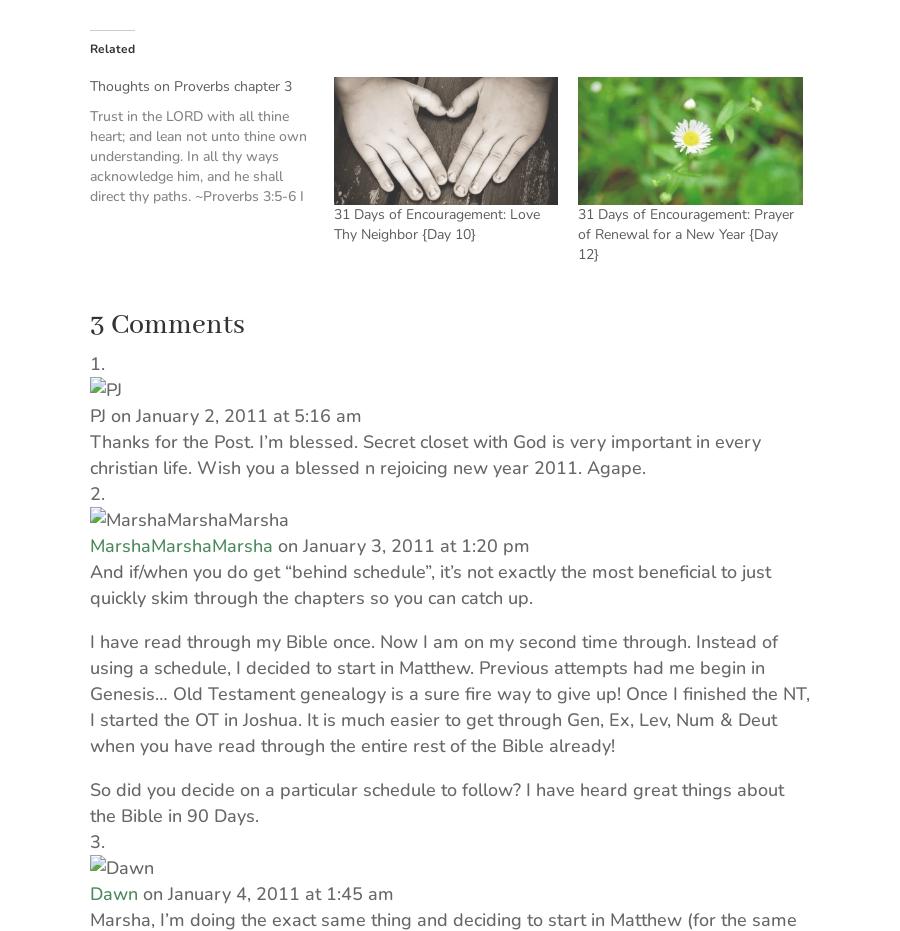  What do you see at coordinates (181, 545) in the screenshot?
I see `'MarshaMarshaMarsha'` at bounding box center [181, 545].